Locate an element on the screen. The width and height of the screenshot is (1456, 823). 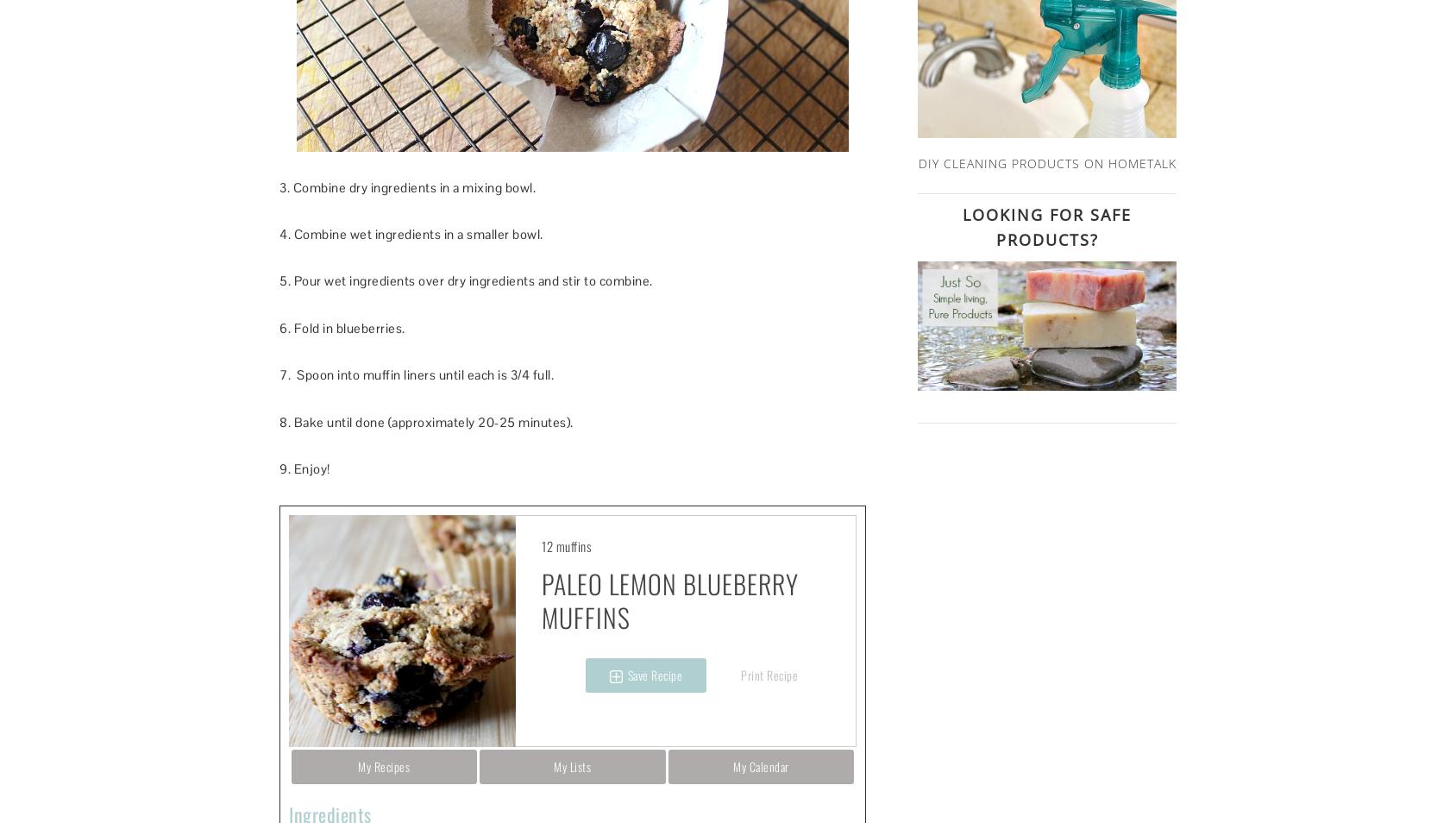
'12 muffins' is located at coordinates (565, 544).